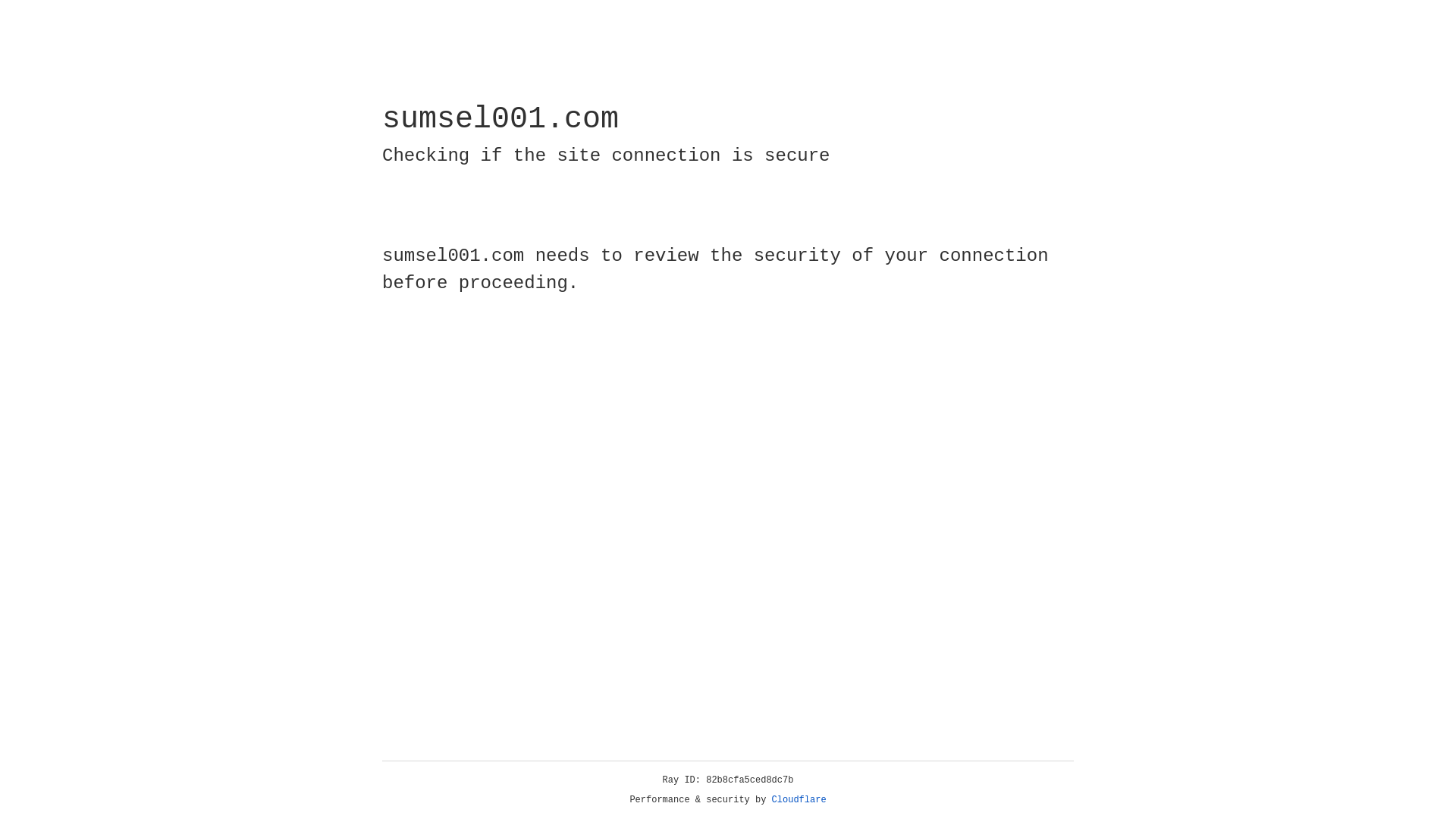 The width and height of the screenshot is (1456, 819). I want to click on 'Cloudflare', so click(799, 799).